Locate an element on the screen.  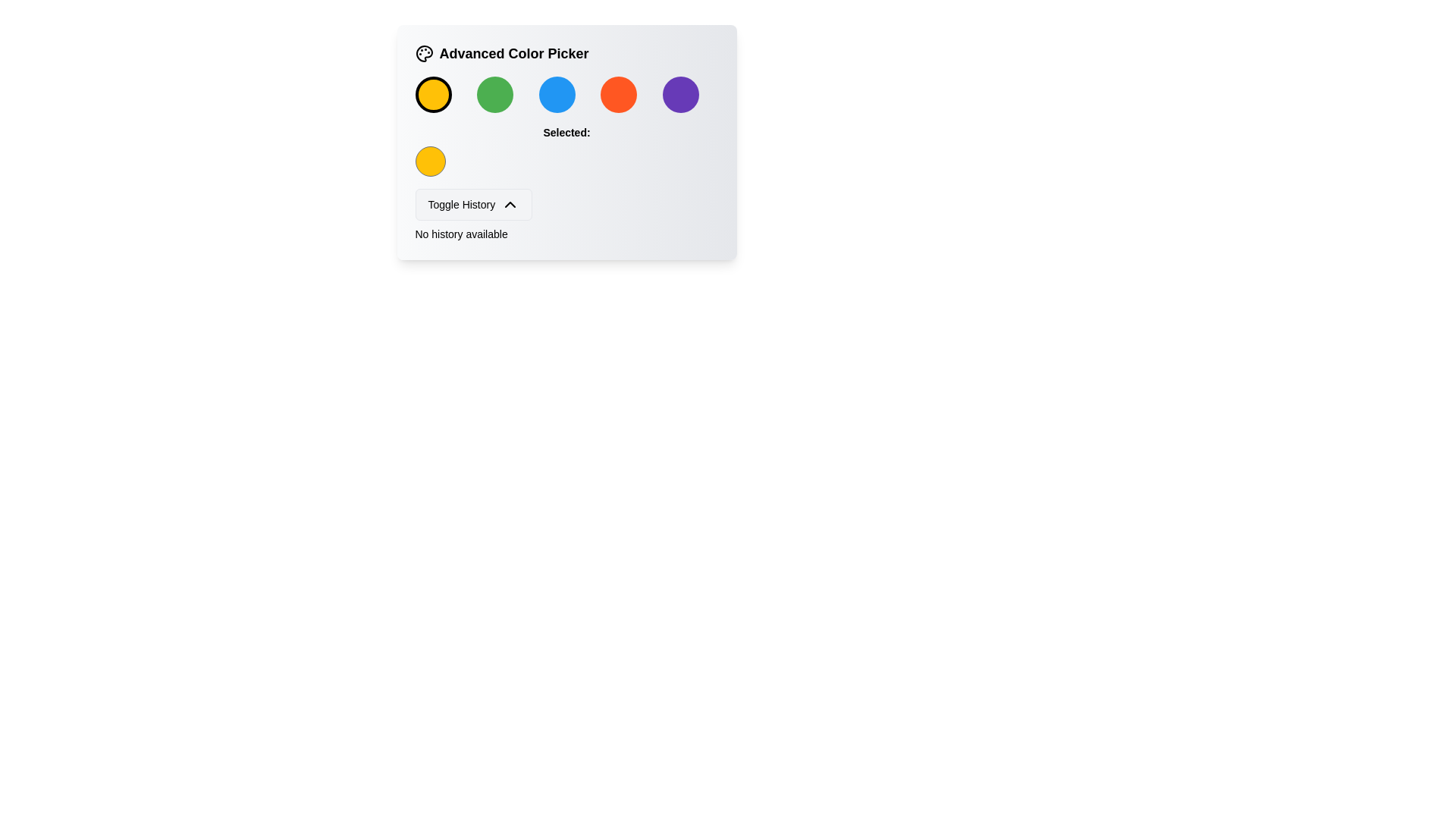
the blue color selection button in the advanced color picker tool, which is the third item in a row of five circular icons is located at coordinates (556, 94).